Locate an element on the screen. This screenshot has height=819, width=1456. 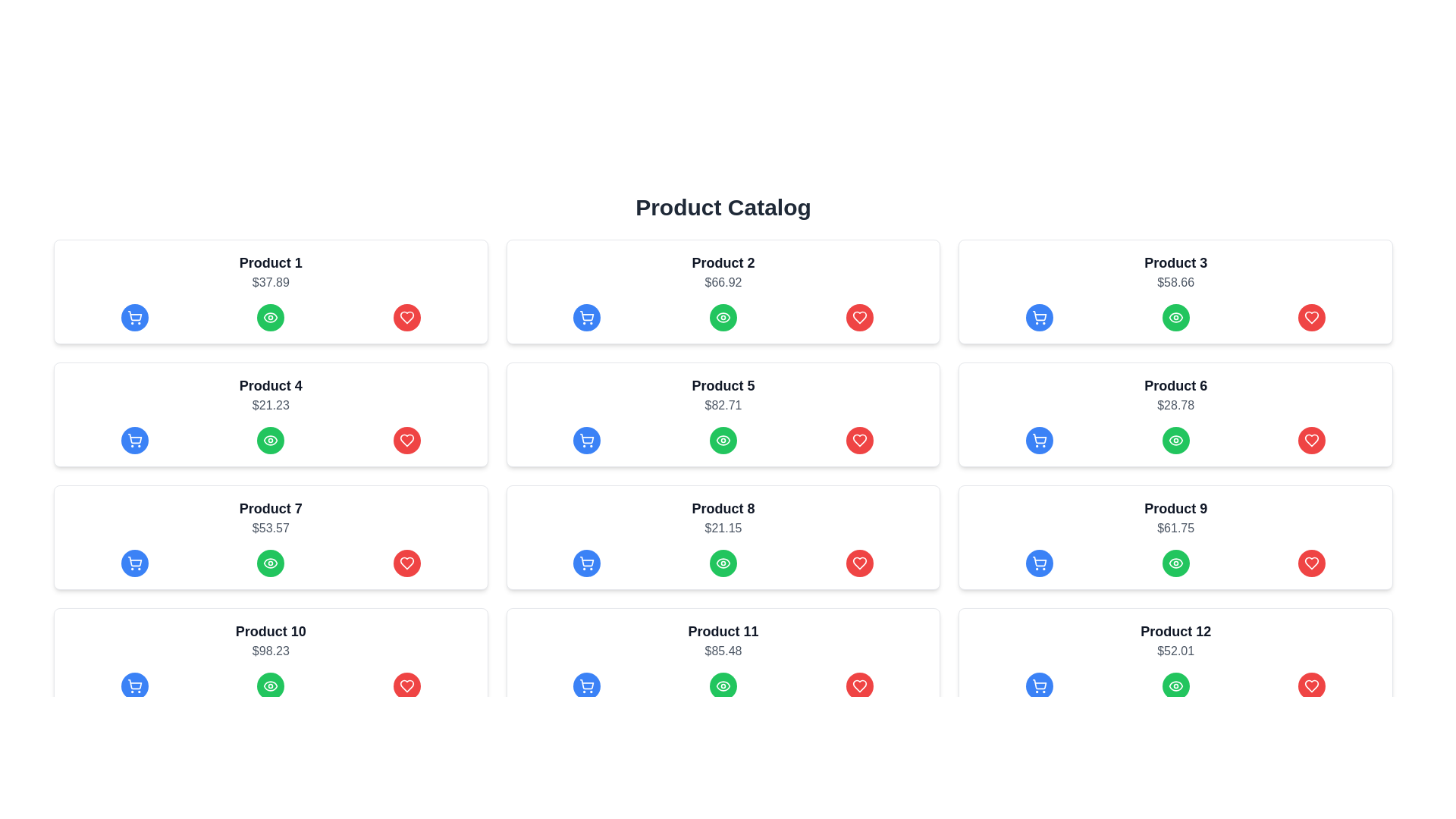
the green eye-shaped icon graphic located under the 'Product 12' card in the product catalog is located at coordinates (1175, 686).